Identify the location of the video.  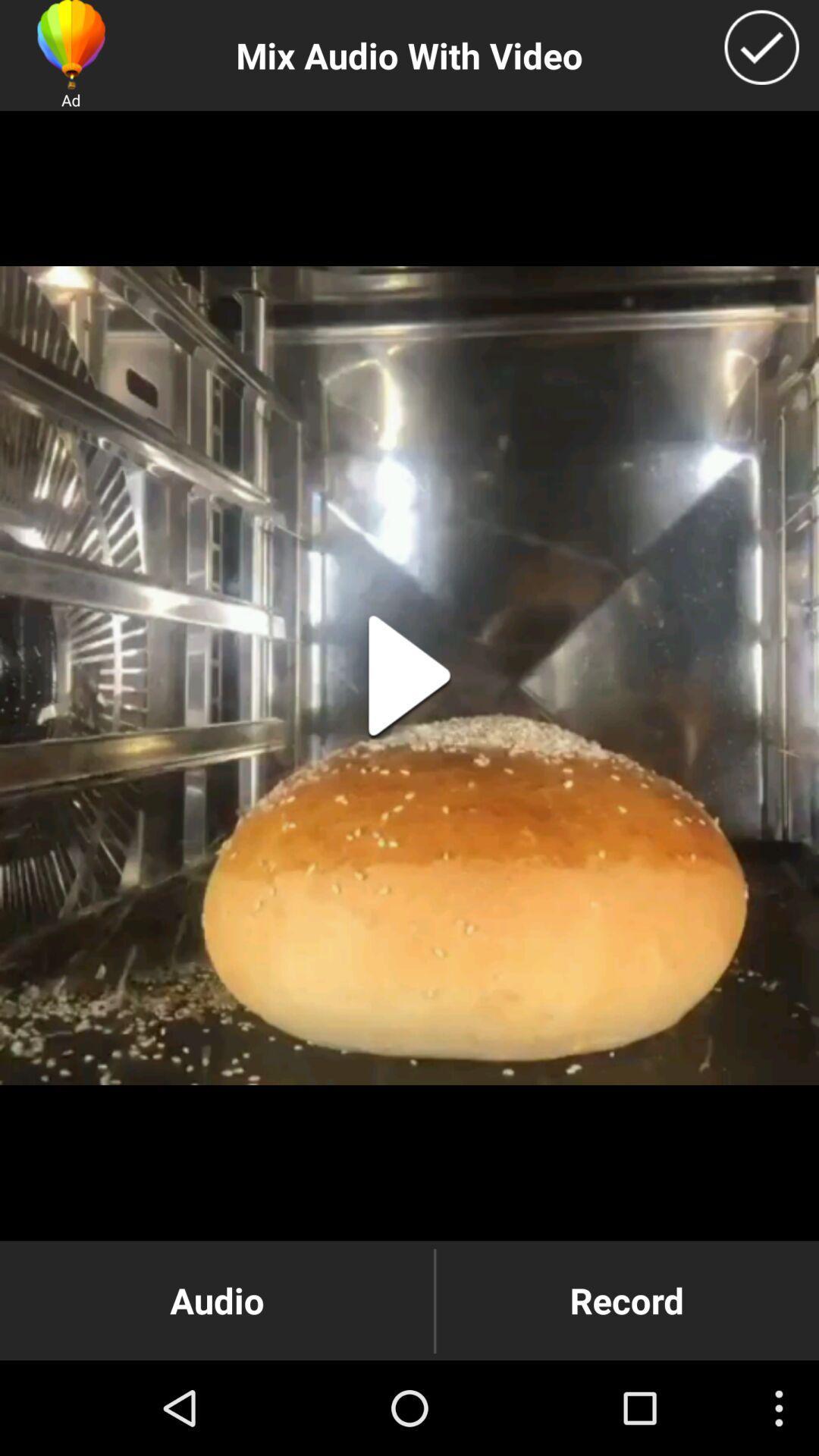
(409, 675).